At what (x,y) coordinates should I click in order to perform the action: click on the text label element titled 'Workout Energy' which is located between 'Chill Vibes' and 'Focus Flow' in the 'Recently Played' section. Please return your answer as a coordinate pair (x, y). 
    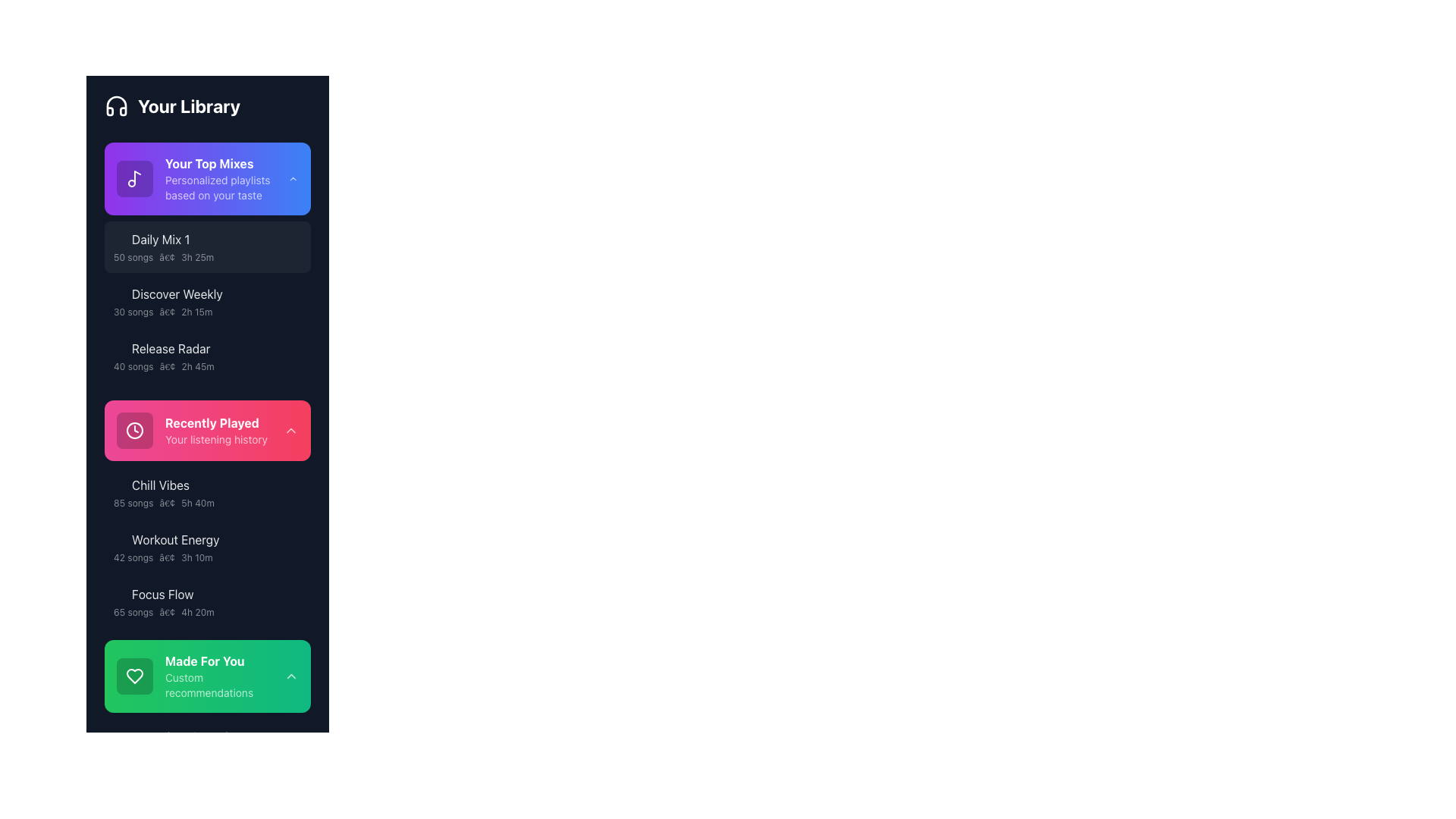
    Looking at the image, I should click on (175, 539).